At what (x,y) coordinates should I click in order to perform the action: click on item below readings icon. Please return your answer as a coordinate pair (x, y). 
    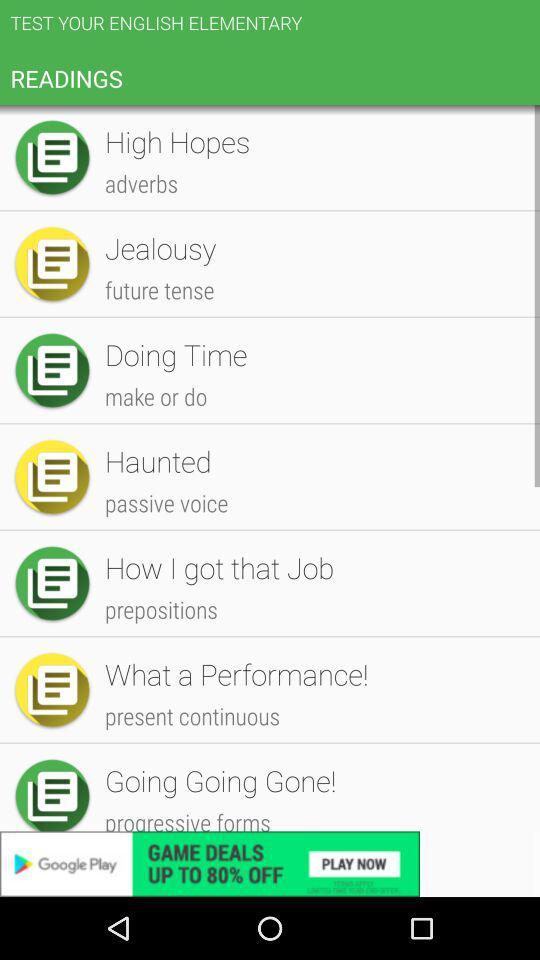
    Looking at the image, I should click on (312, 304).